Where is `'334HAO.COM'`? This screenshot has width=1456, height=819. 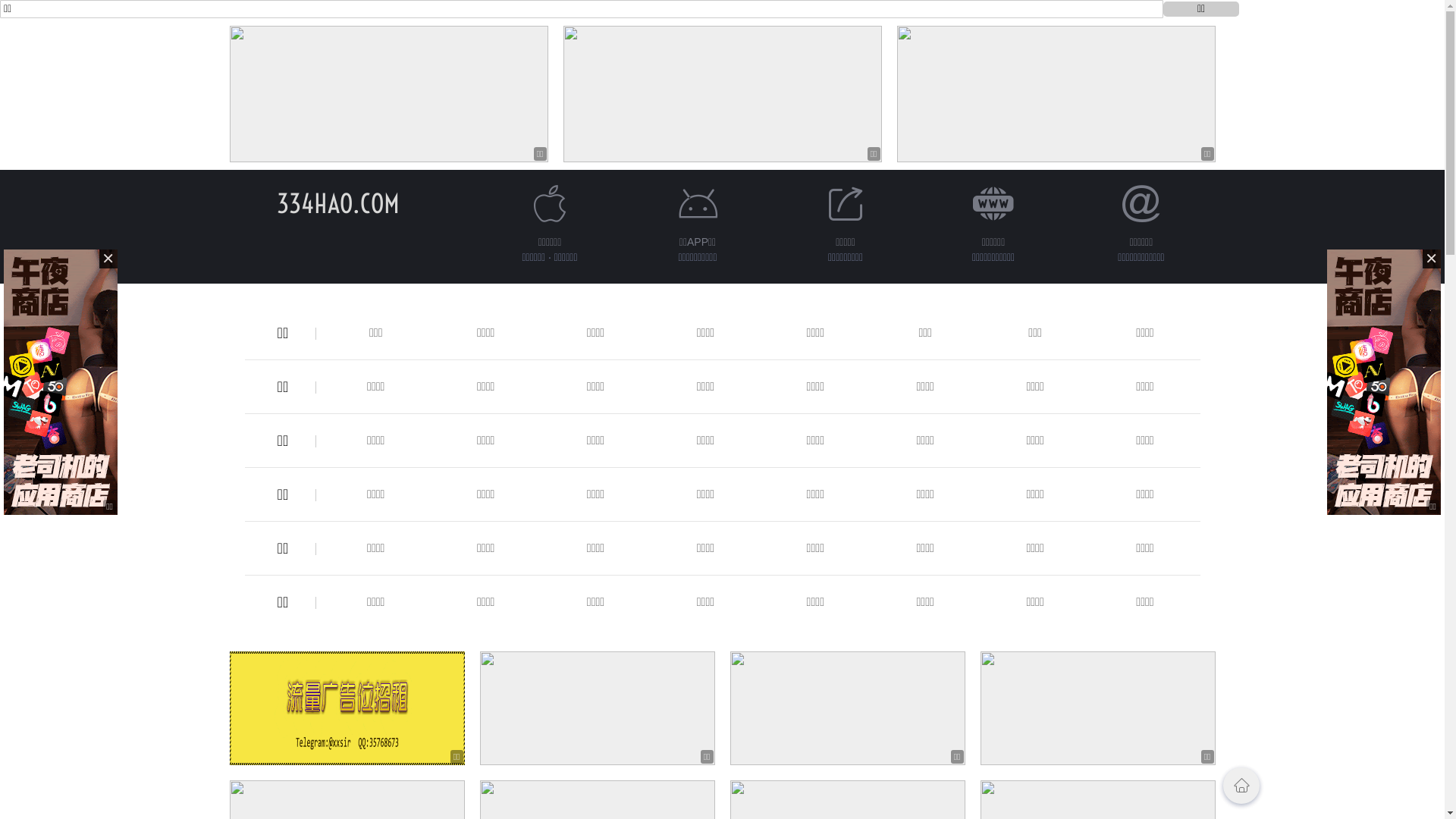 '334HAO.COM' is located at coordinates (337, 202).